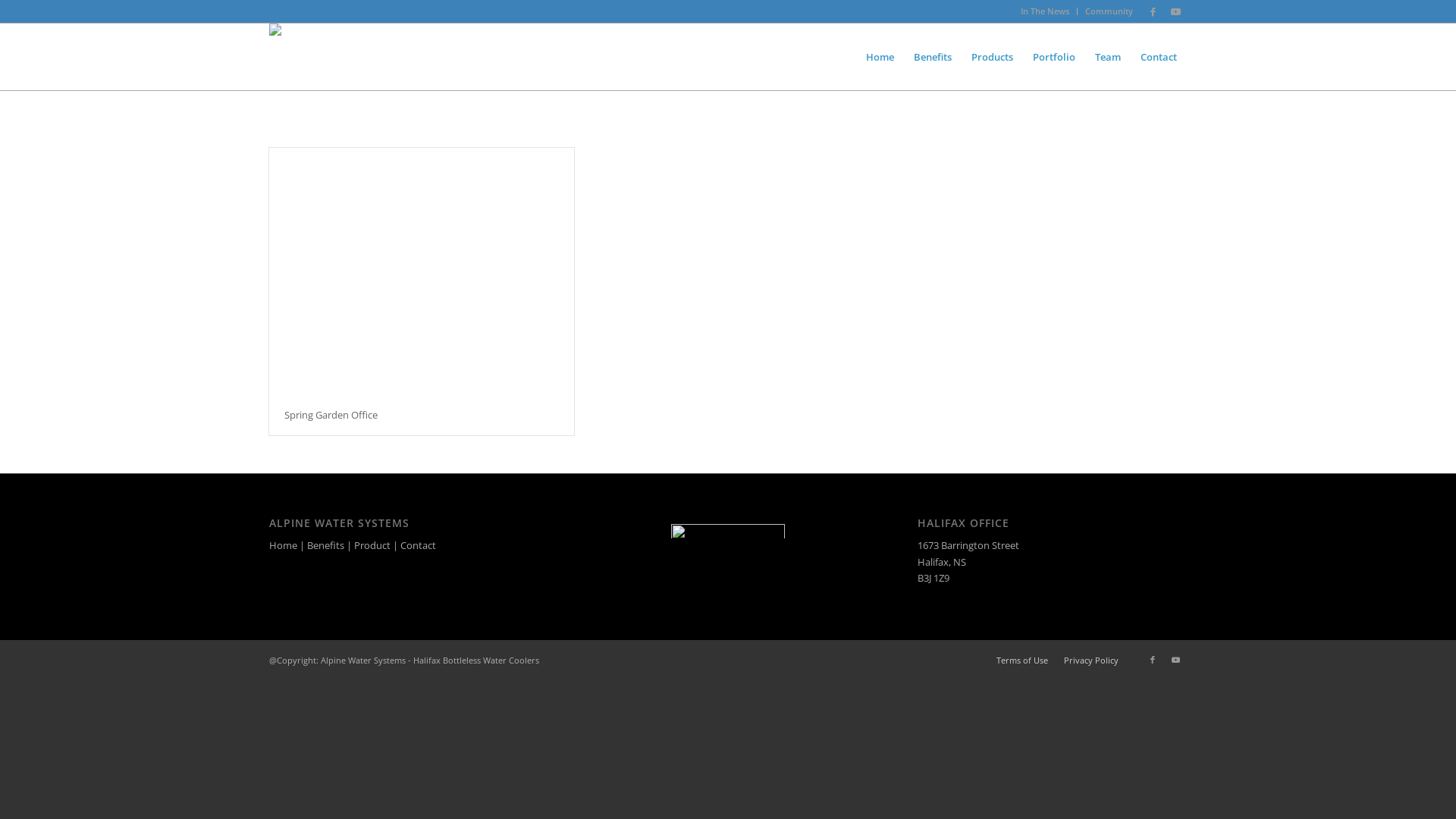 This screenshot has width=1456, height=819. I want to click on 'Facebook', so click(1153, 659).